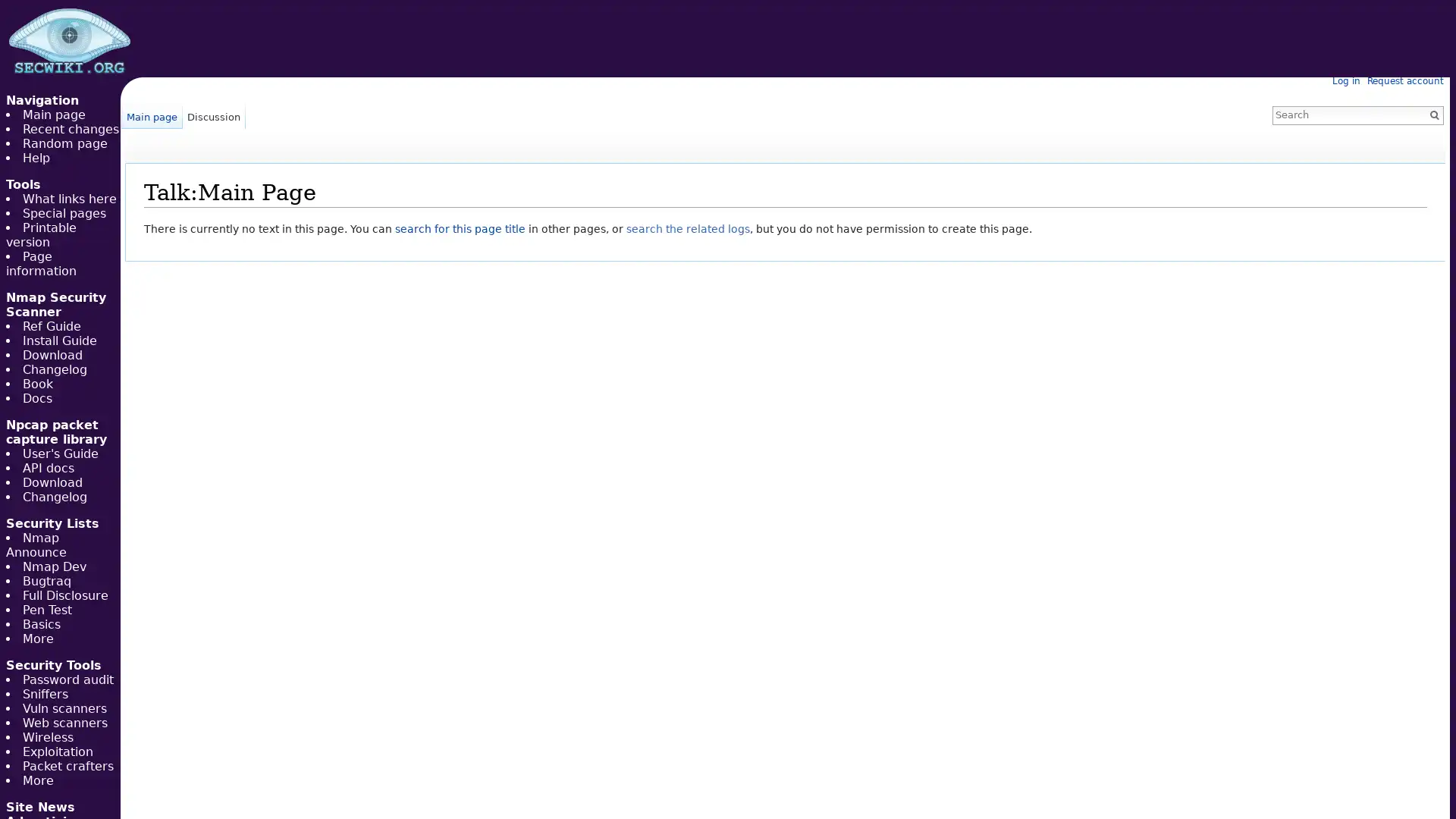  I want to click on Go, so click(1433, 114).